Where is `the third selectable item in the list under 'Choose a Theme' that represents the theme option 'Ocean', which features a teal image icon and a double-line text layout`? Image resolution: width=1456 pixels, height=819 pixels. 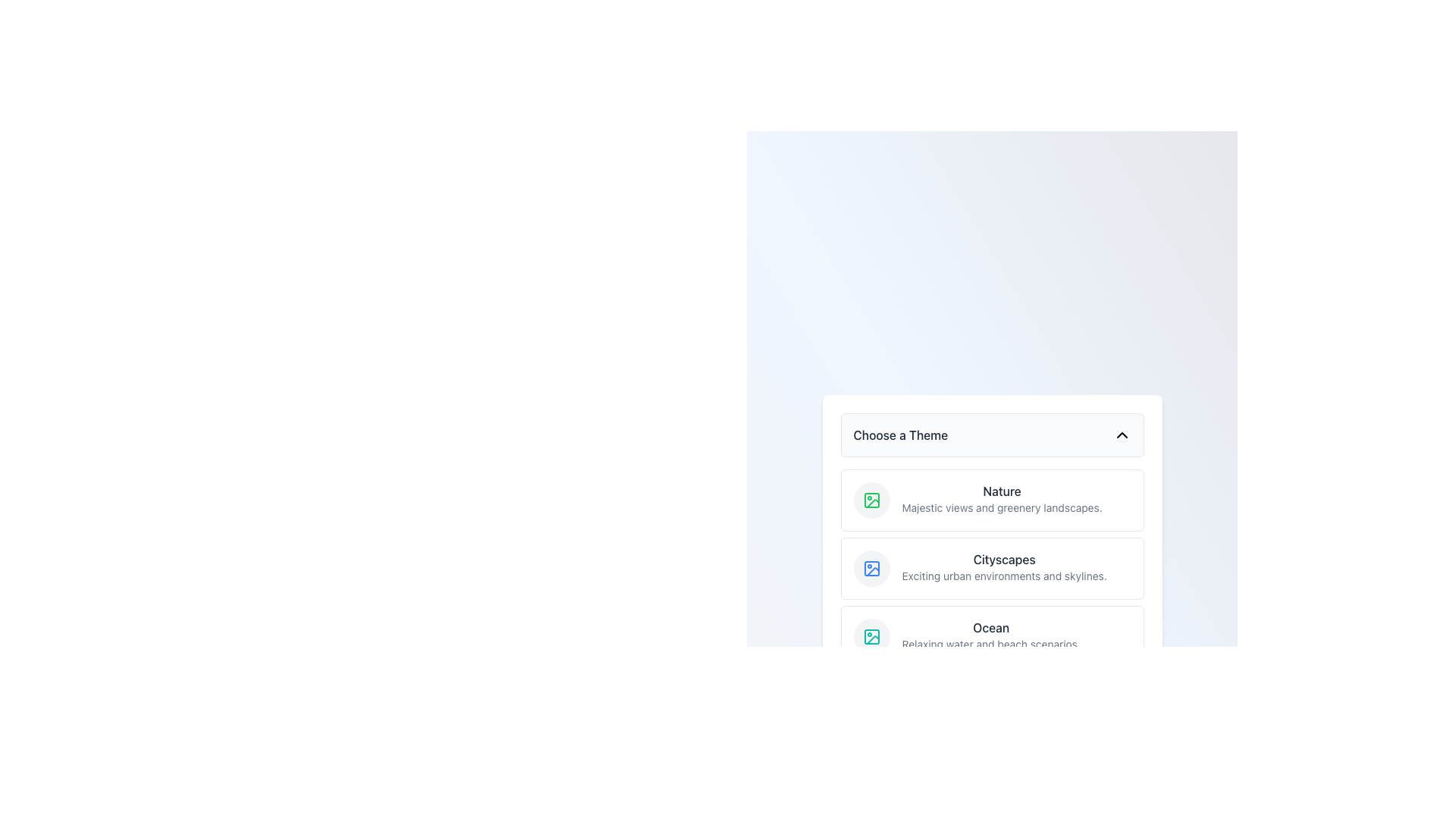 the third selectable item in the list under 'Choose a Theme' that represents the theme option 'Ocean', which features a teal image icon and a double-line text layout is located at coordinates (966, 637).